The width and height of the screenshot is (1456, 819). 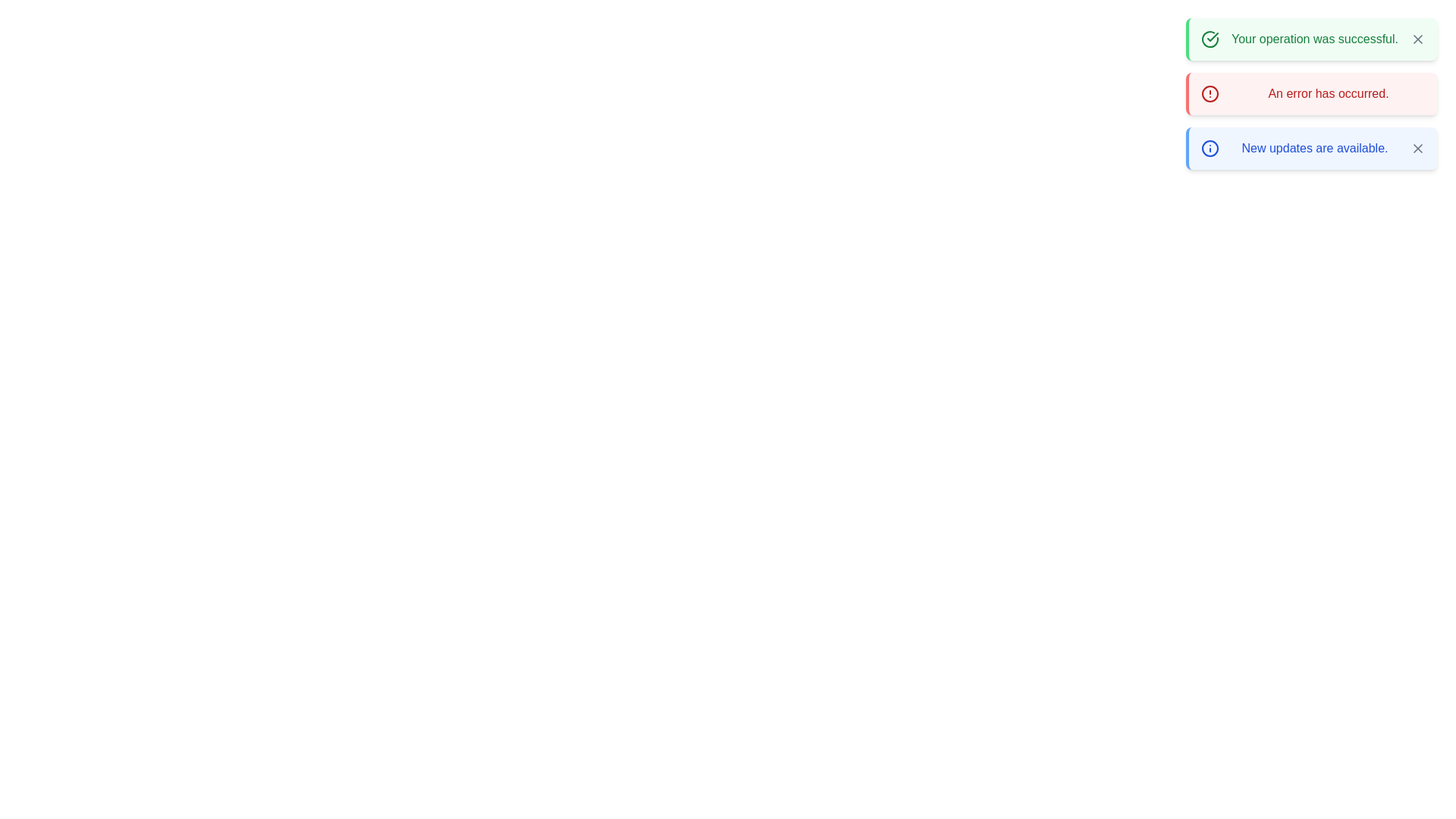 I want to click on the alert with the message 'New updates are available.' to see the hover effect, so click(x=1310, y=149).